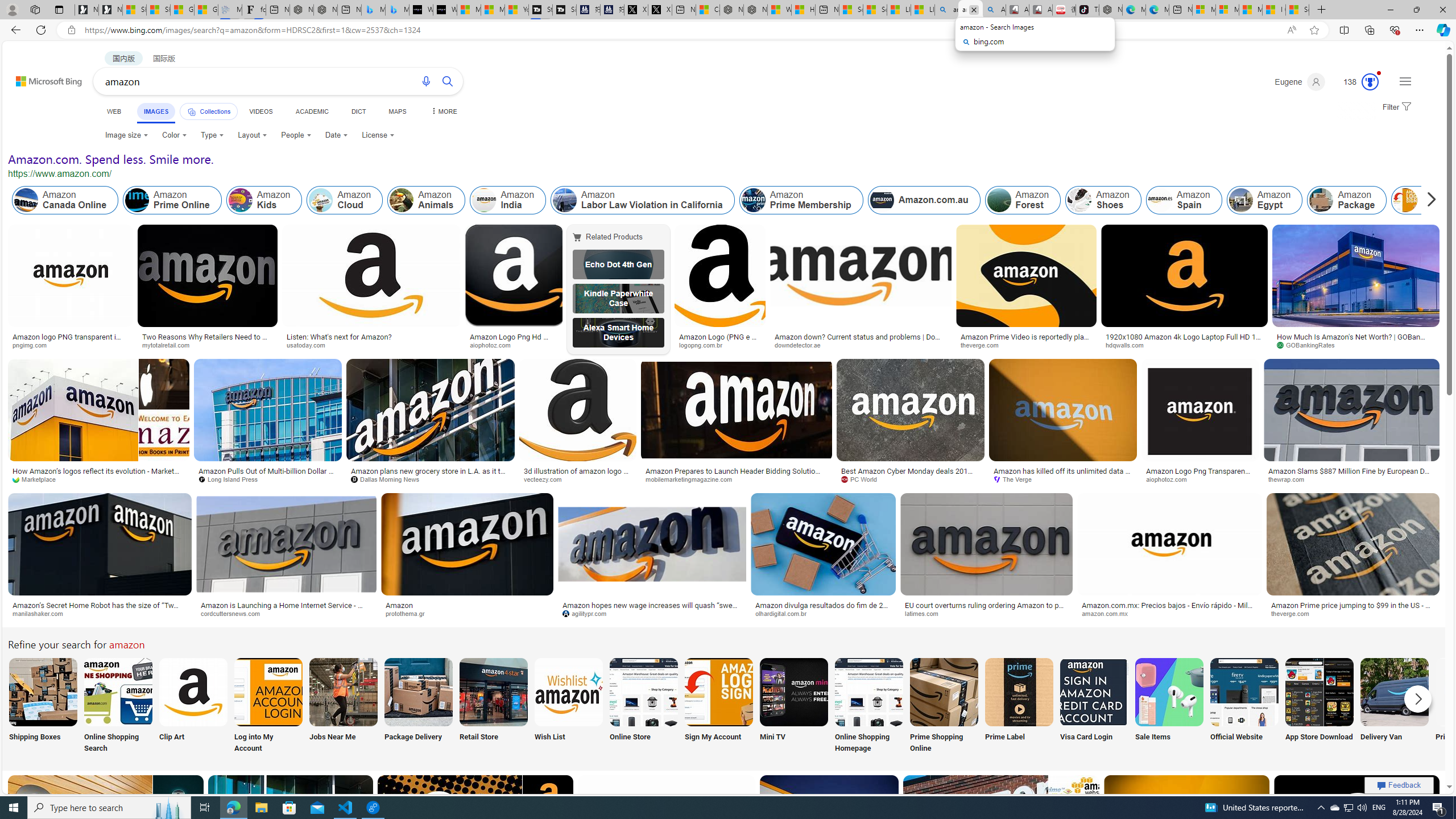 The height and width of the screenshot is (819, 1456). Describe the element at coordinates (212, 135) in the screenshot. I see `'Type'` at that location.